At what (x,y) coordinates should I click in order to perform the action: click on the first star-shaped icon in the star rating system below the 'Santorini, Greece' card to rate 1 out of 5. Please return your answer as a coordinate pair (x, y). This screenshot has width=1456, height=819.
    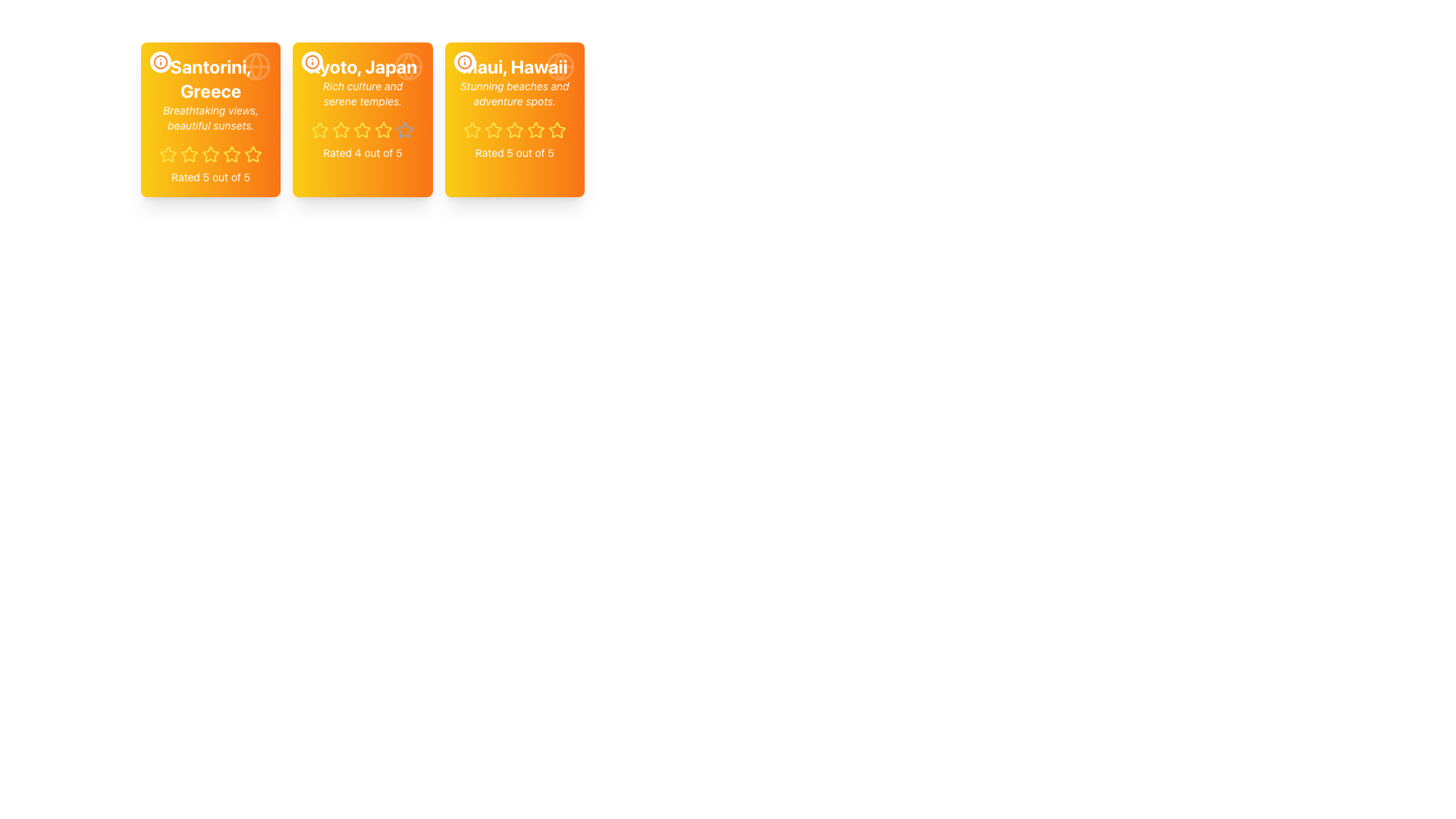
    Looking at the image, I should click on (168, 155).